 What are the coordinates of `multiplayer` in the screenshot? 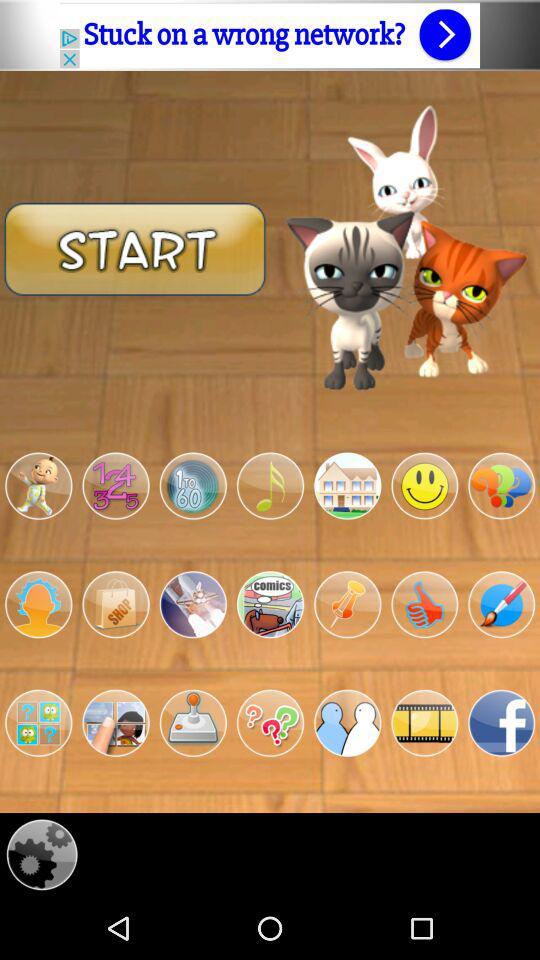 It's located at (346, 722).